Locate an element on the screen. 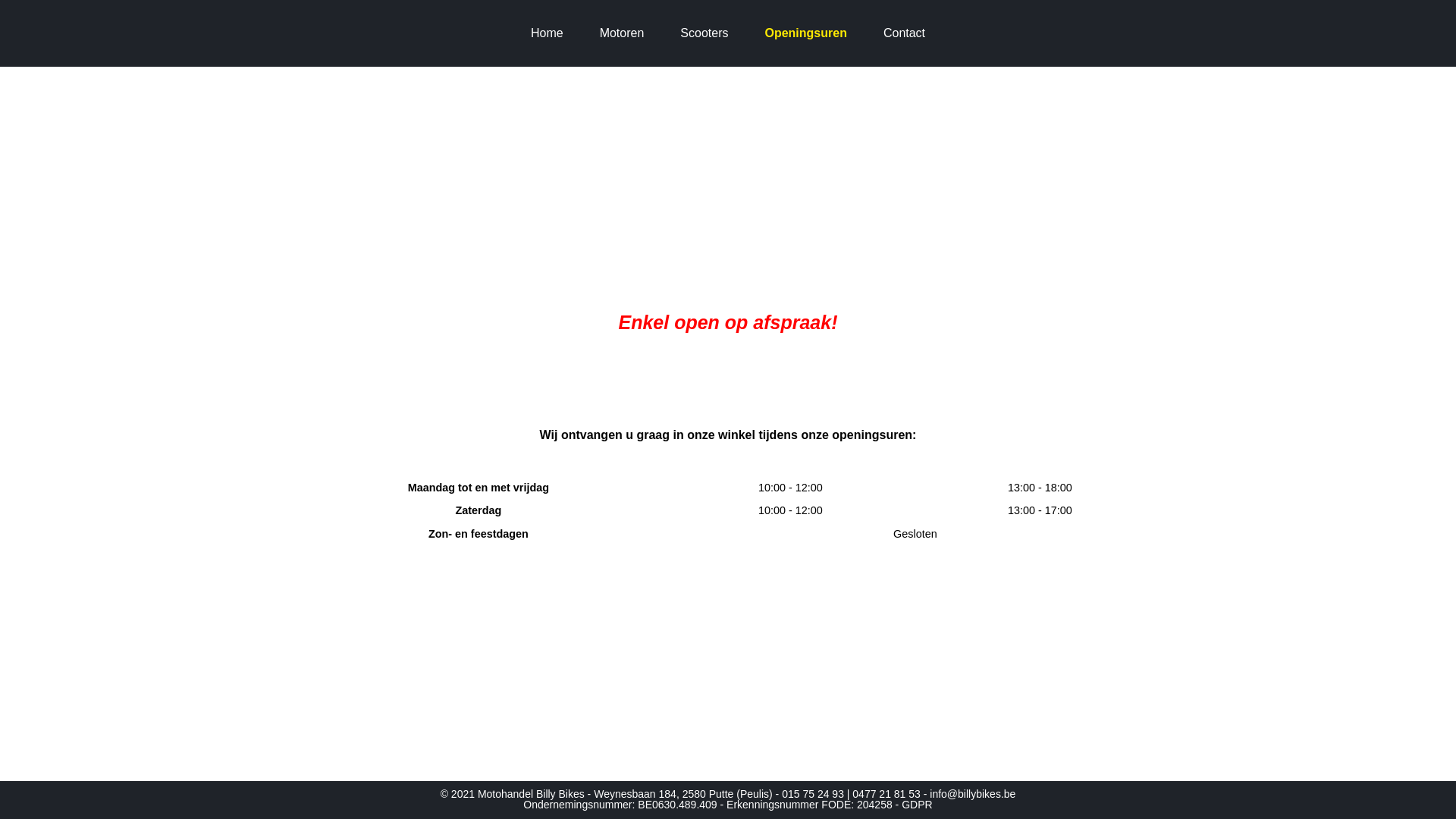  'Motoren' is located at coordinates (622, 33).